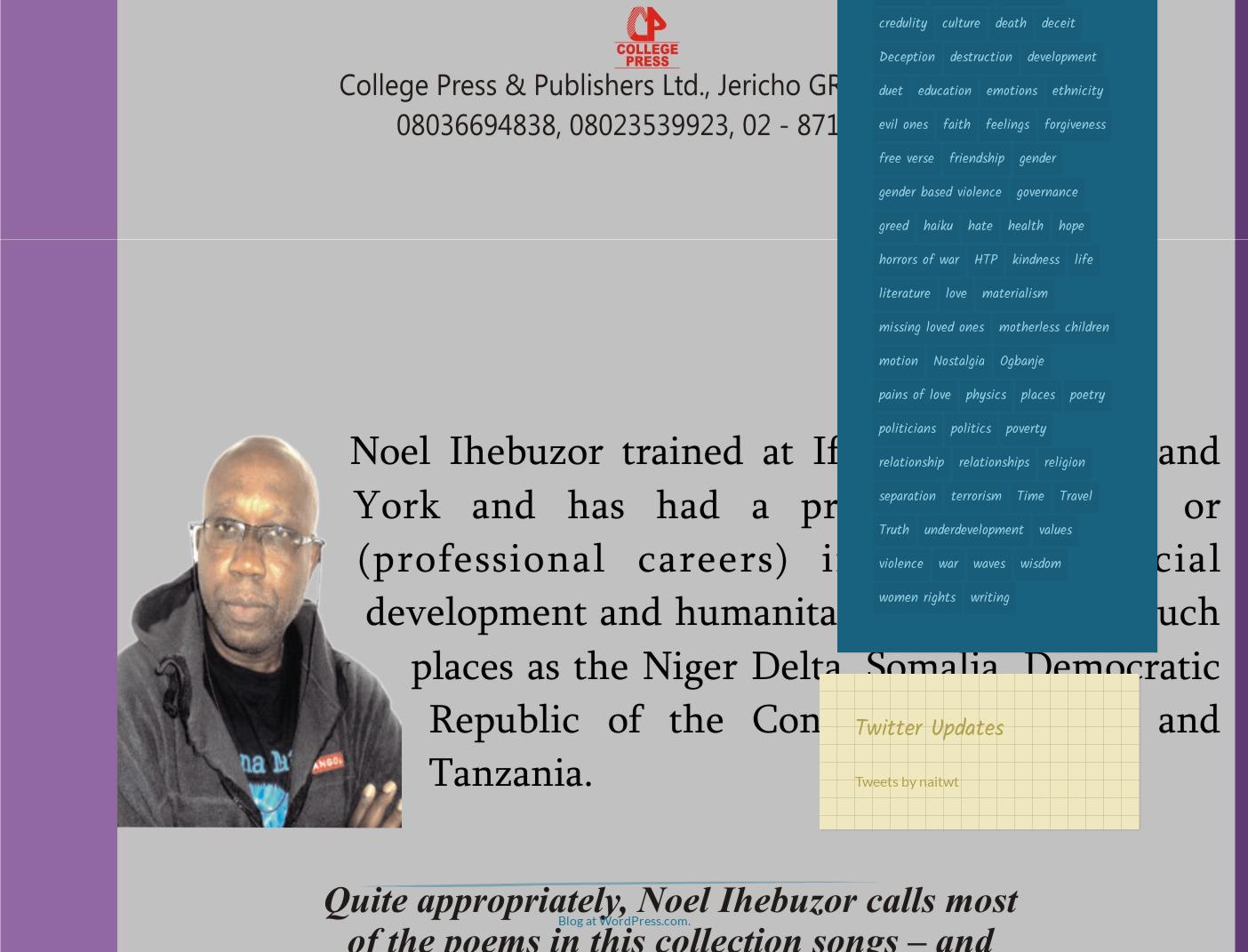 This screenshot has height=952, width=1248. What do you see at coordinates (970, 596) in the screenshot?
I see `'writing'` at bounding box center [970, 596].